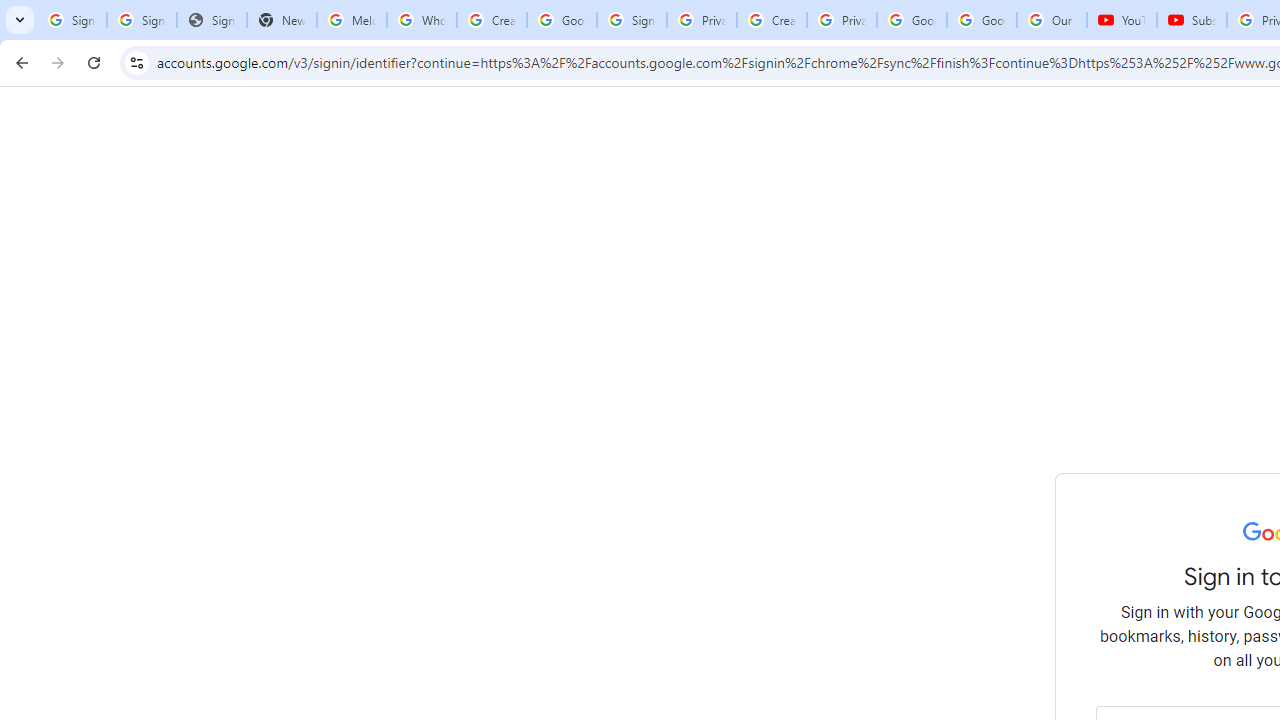 Image resolution: width=1280 pixels, height=720 pixels. I want to click on 'YouTube', so click(1121, 20).